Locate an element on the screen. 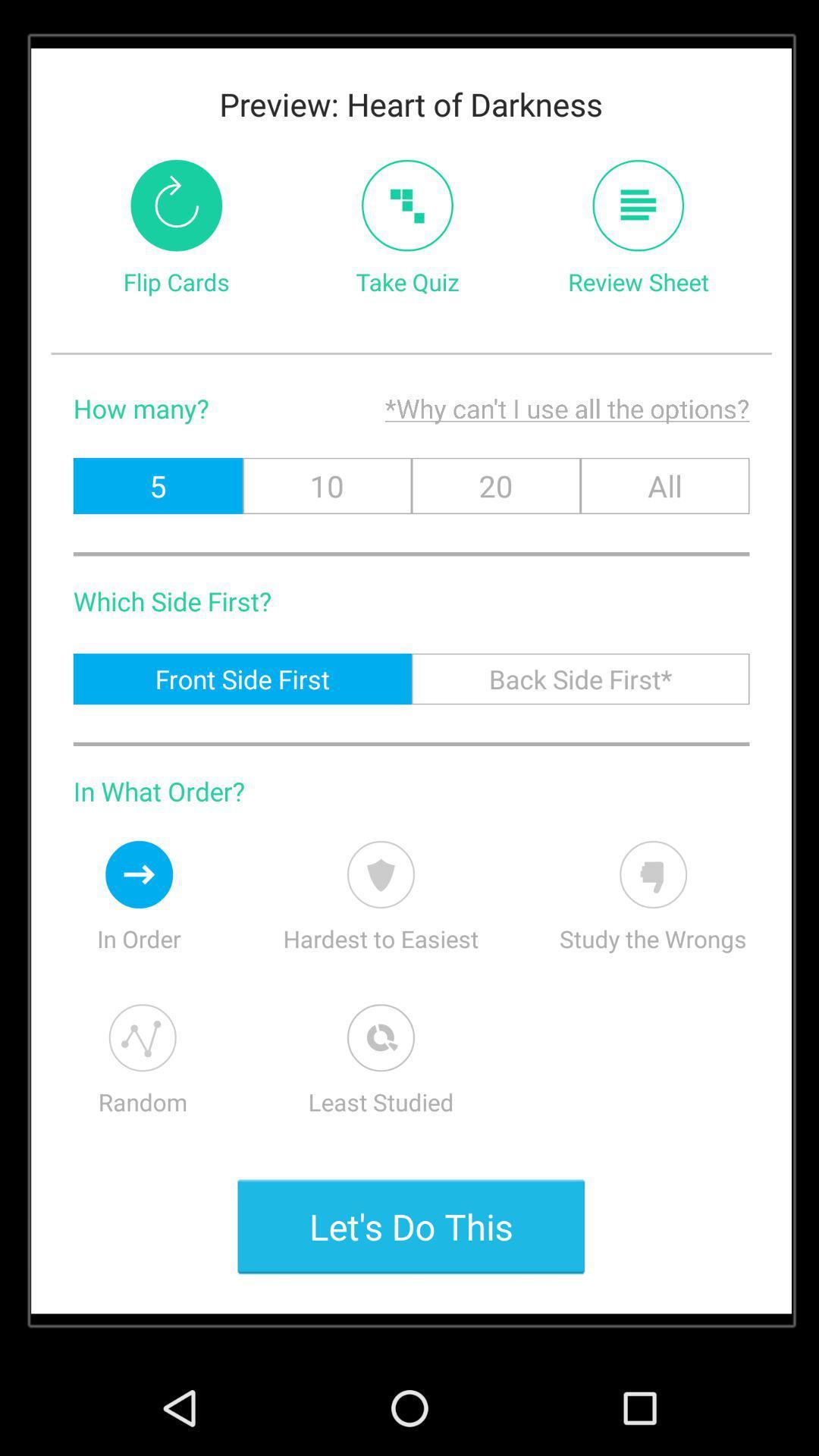  the icon below preview heart of is located at coordinates (406, 205).